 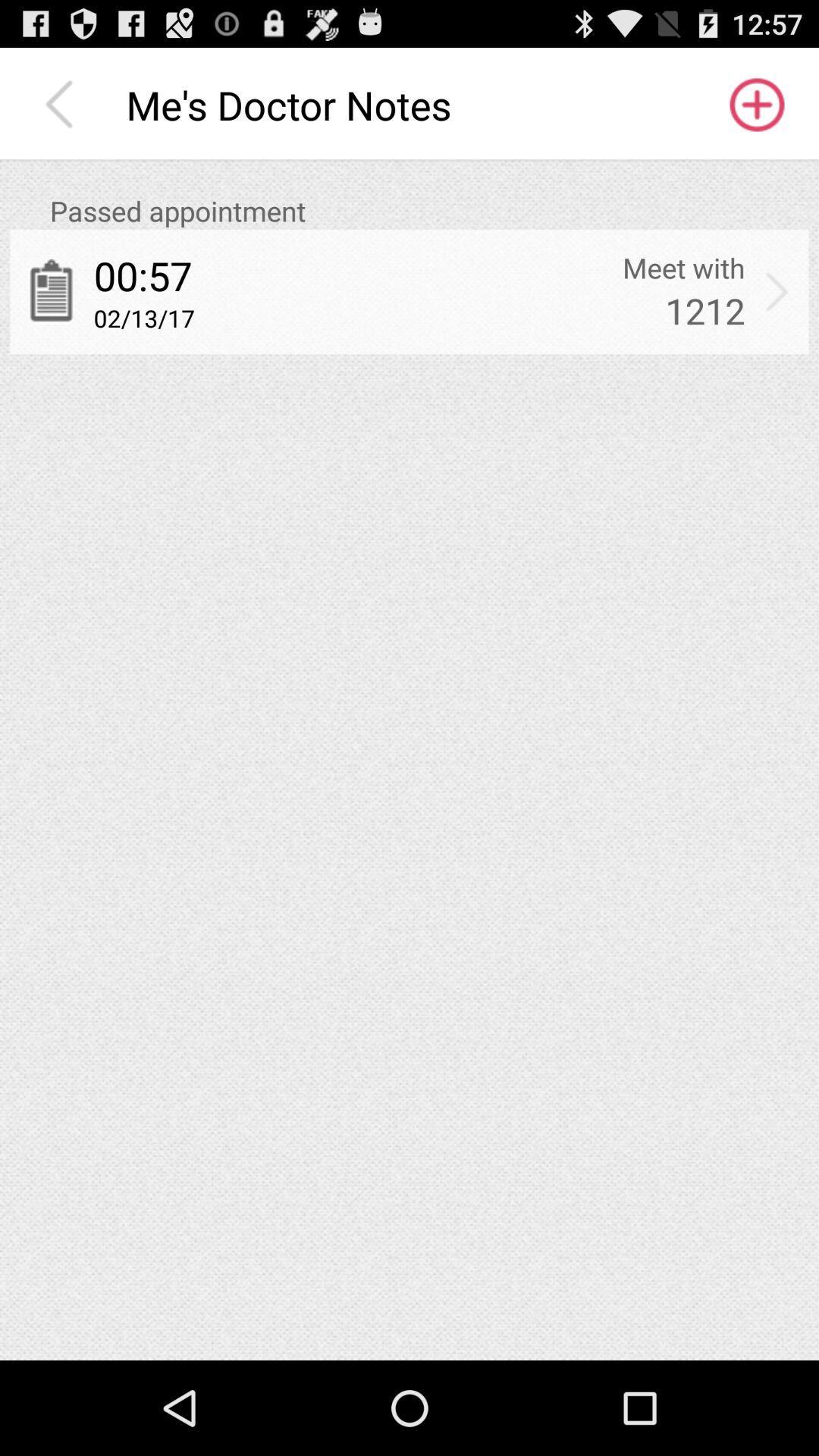 What do you see at coordinates (429, 210) in the screenshot?
I see `the passed appointment app` at bounding box center [429, 210].